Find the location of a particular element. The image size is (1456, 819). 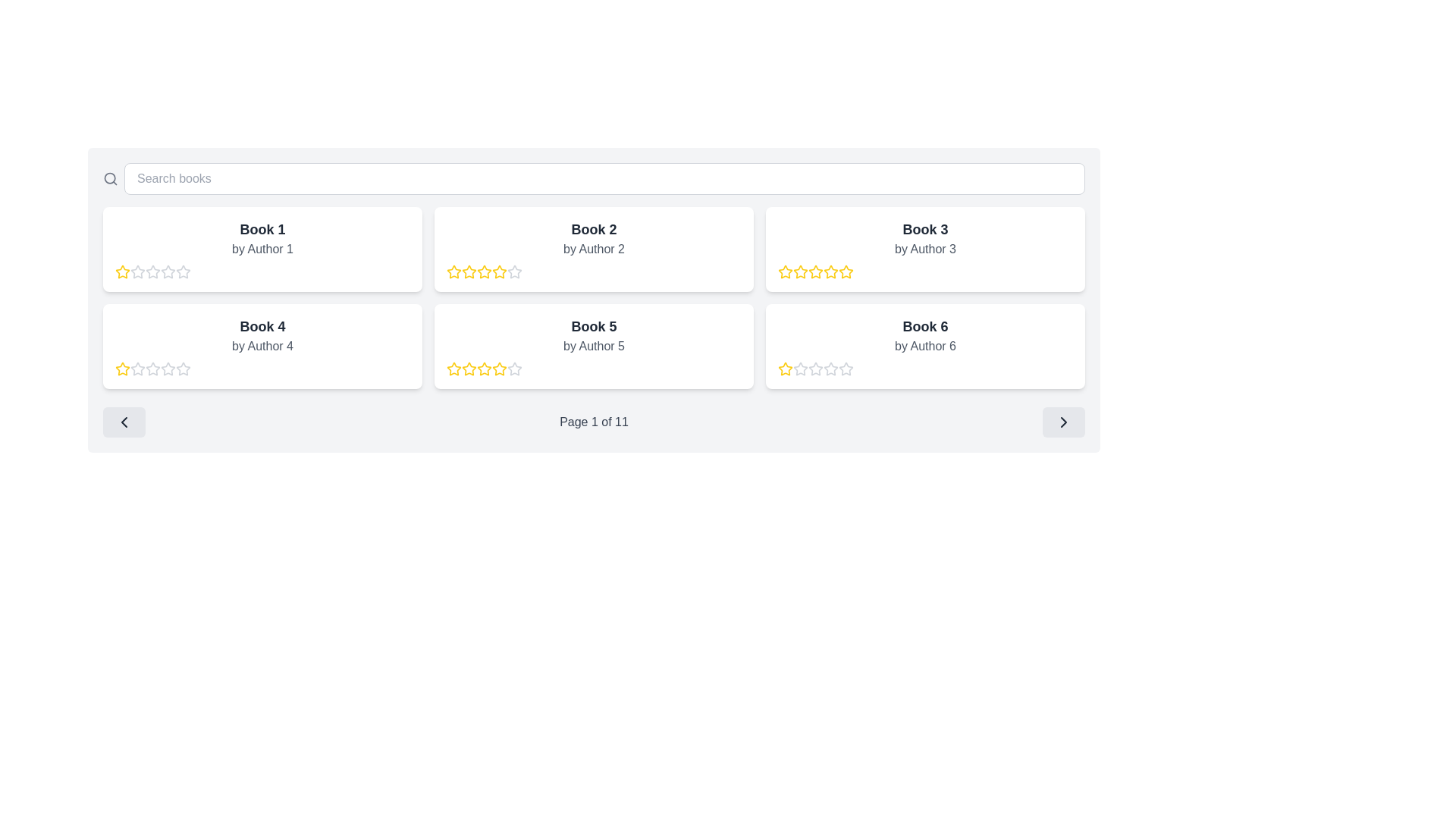

the information card titled 'Book 2' with a white background, rounded corners, and a rating of four yellow stars and one gray star, located in the first row and second column of the grid layout is located at coordinates (593, 248).